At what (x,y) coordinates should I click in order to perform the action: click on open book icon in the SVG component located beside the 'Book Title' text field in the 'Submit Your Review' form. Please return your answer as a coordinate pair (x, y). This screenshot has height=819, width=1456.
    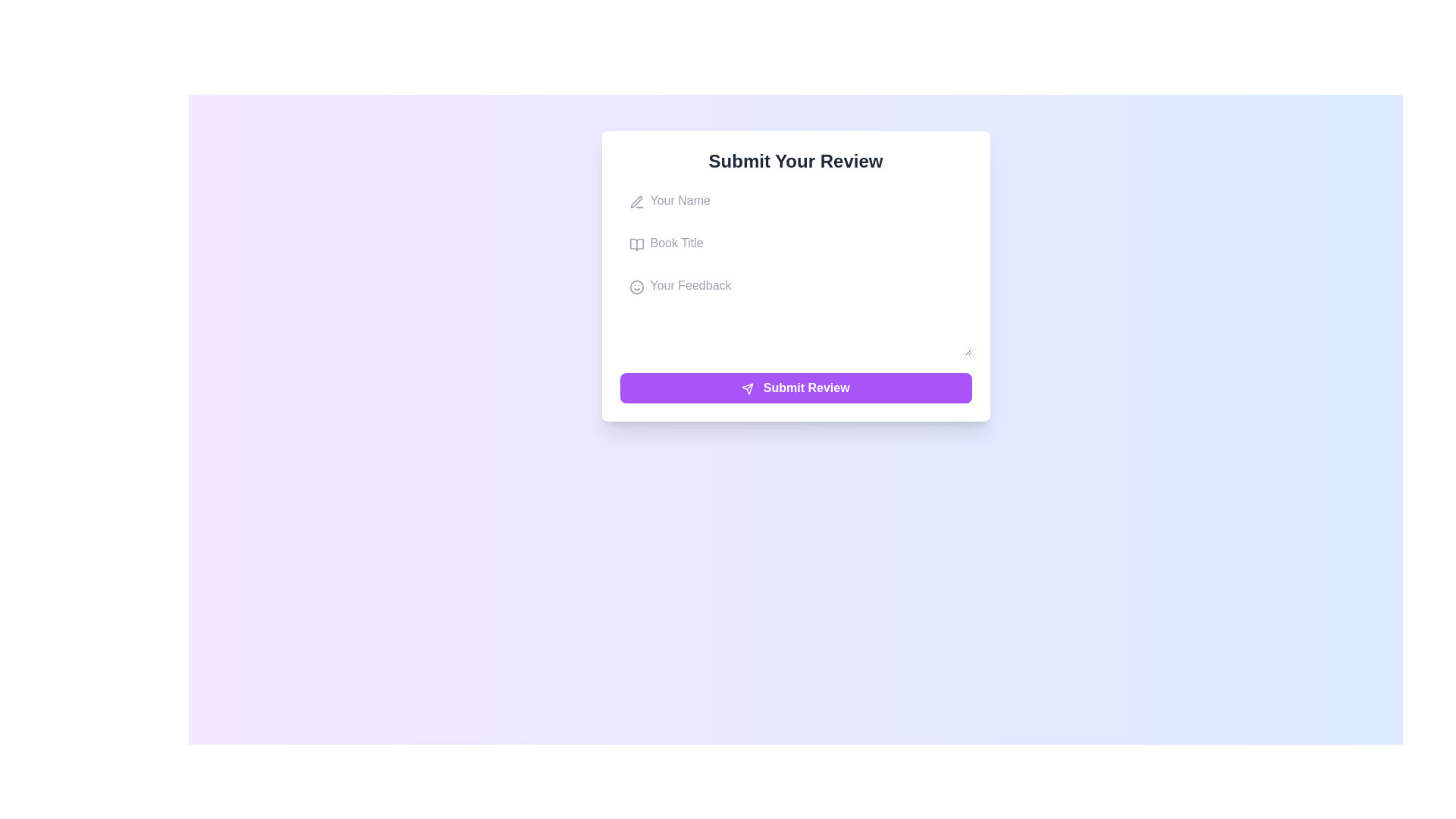
    Looking at the image, I should click on (636, 244).